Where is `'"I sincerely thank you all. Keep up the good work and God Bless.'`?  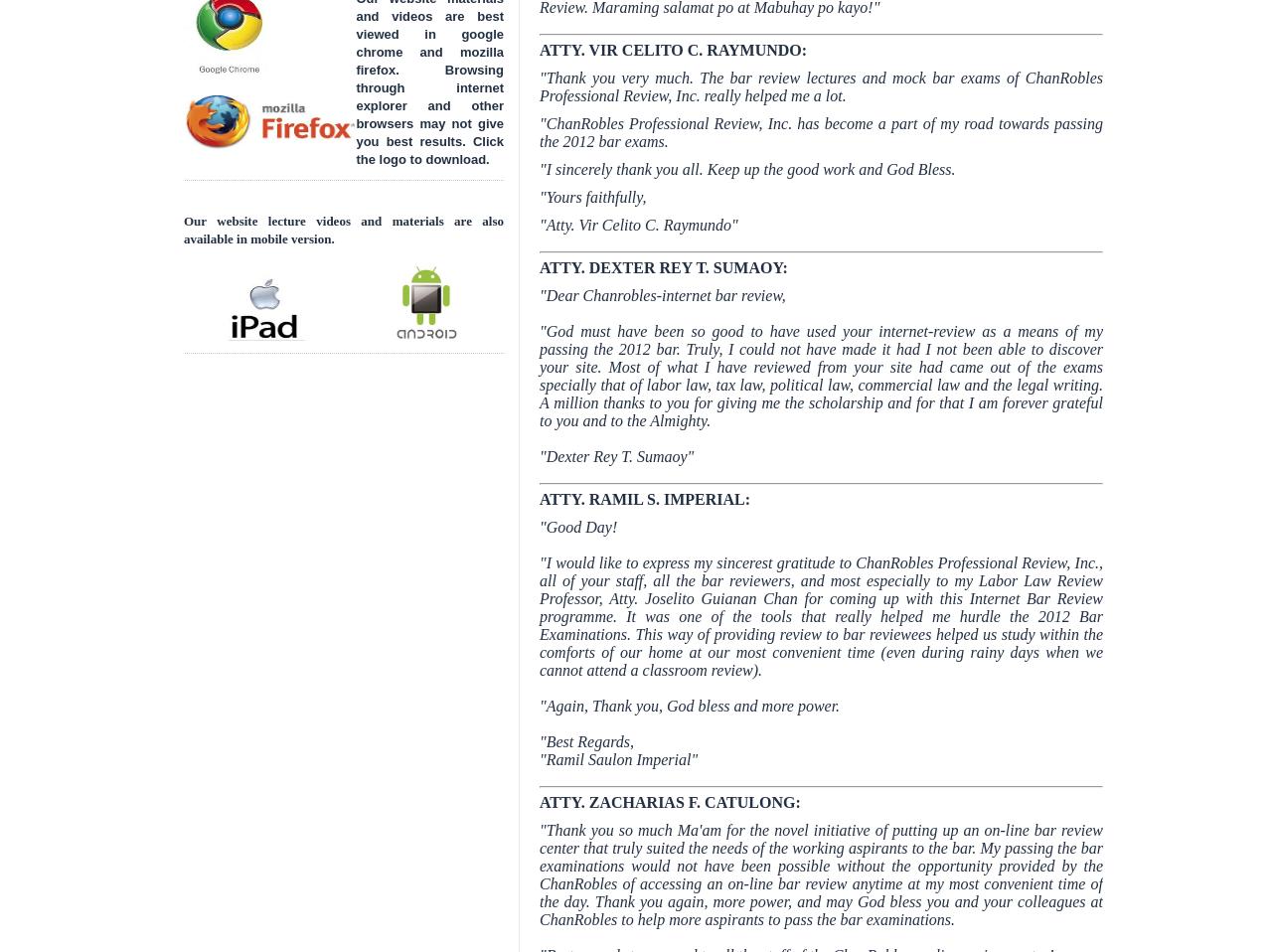 '"I sincerely thank you all. Keep up the good work and God Bless.' is located at coordinates (539, 168).